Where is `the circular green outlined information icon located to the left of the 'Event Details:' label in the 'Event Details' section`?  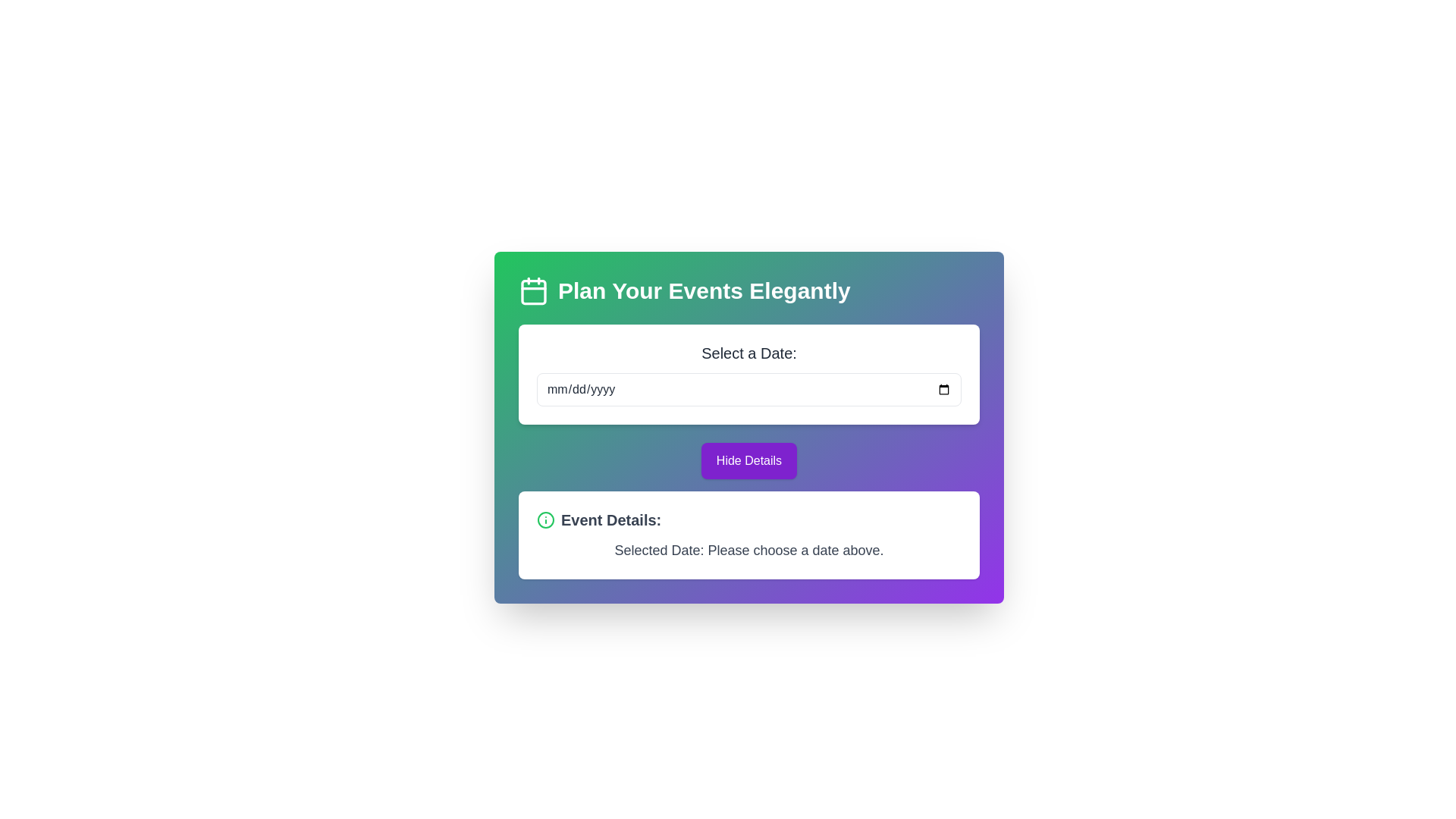
the circular green outlined information icon located to the left of the 'Event Details:' label in the 'Event Details' section is located at coordinates (546, 519).